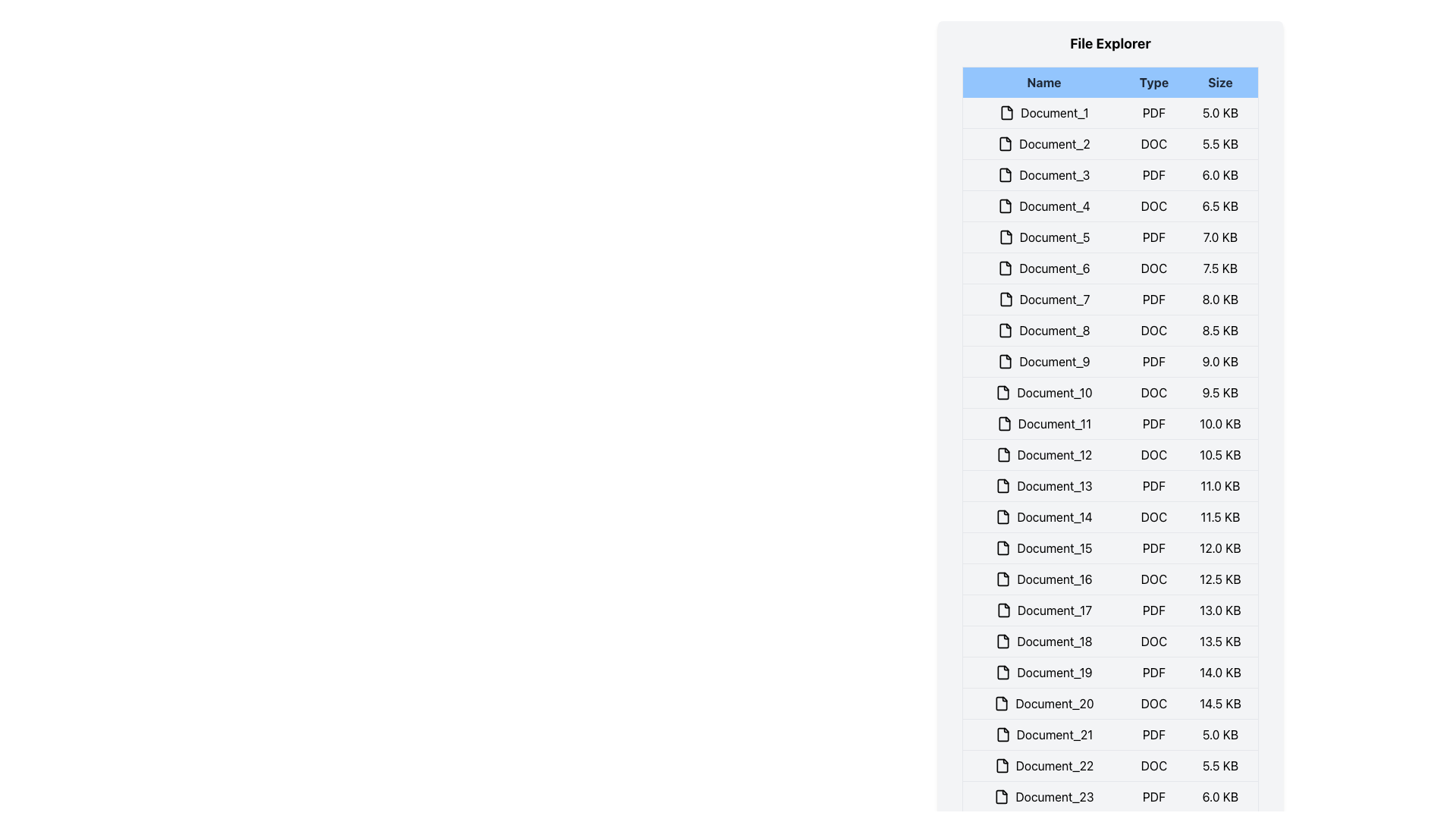 The image size is (1456, 819). I want to click on the document icon, so click(1006, 299).